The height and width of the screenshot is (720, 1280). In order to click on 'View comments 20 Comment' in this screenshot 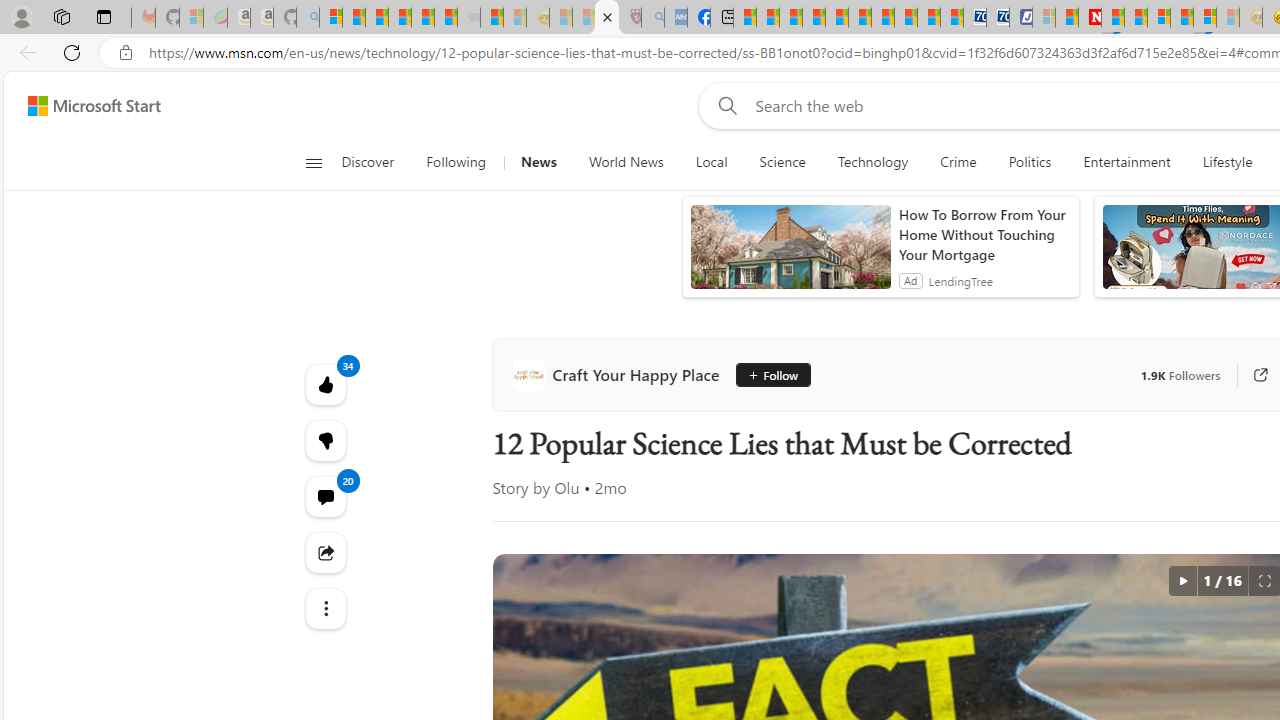, I will do `click(325, 495)`.